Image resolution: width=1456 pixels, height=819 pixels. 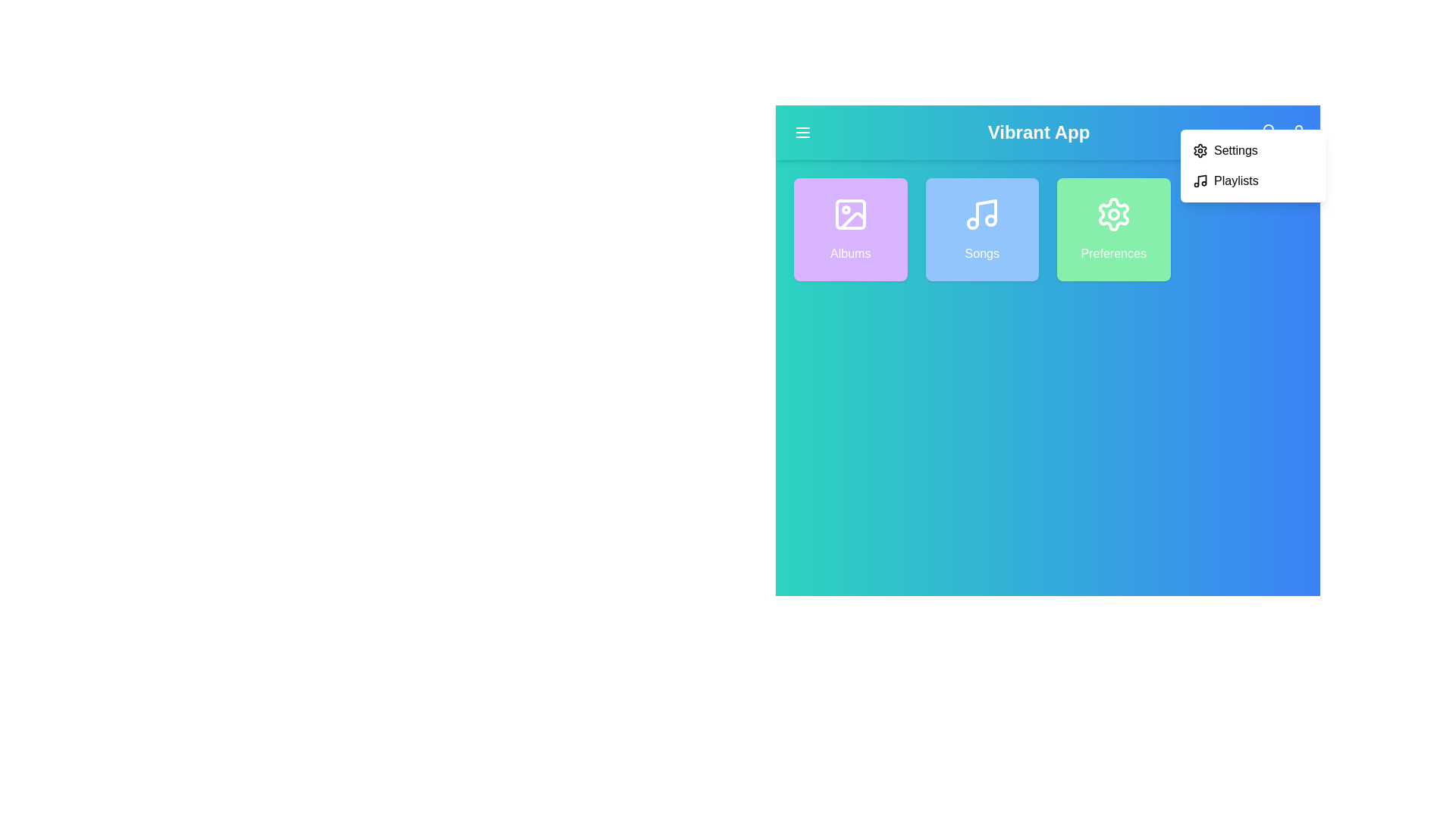 What do you see at coordinates (982, 230) in the screenshot?
I see `the 'Songs' card to navigate or interact` at bounding box center [982, 230].